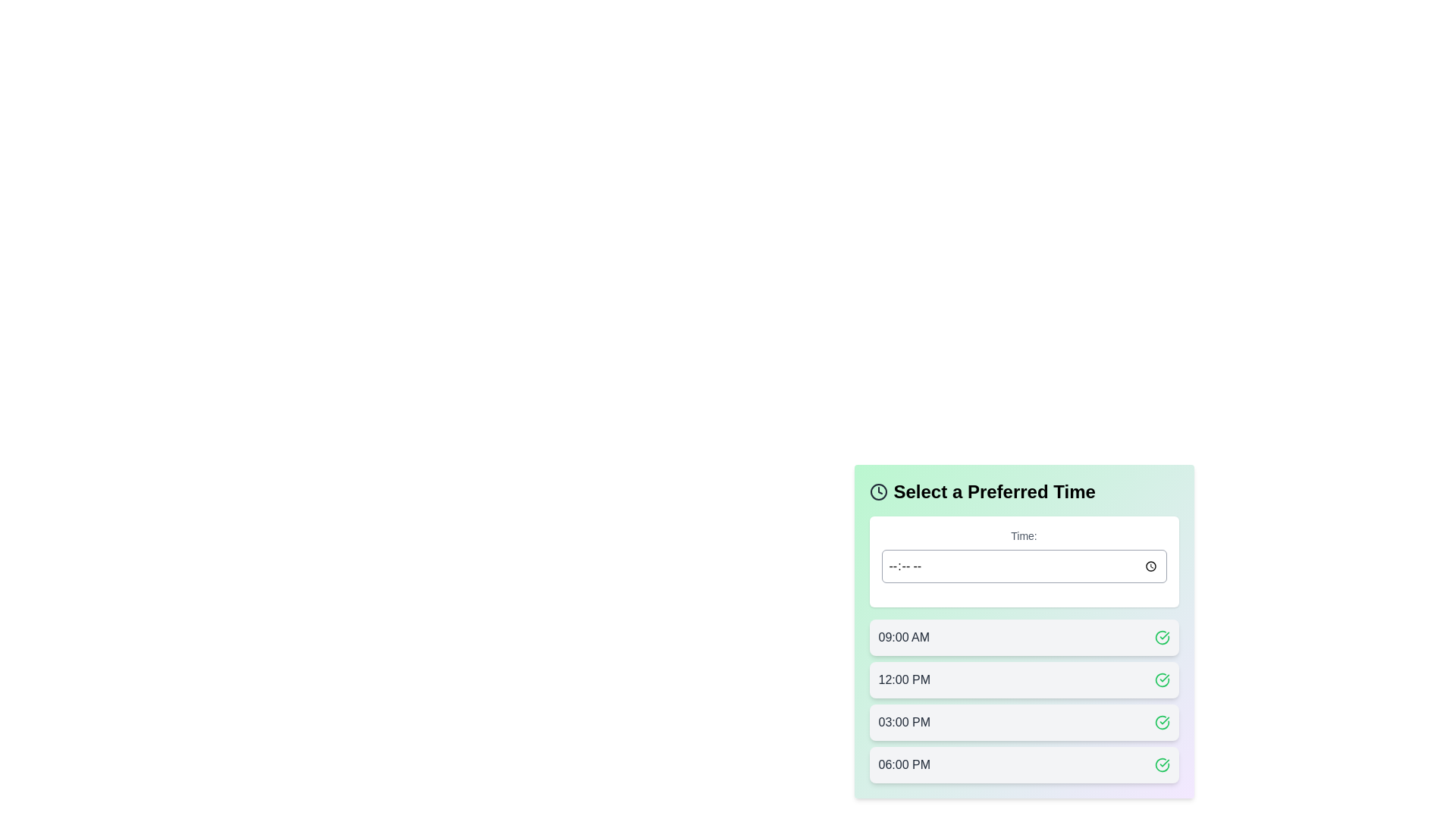 This screenshot has height=819, width=1456. I want to click on the selectable time option '06:00 PM' which is the last item in the list under the header 'Select a Preferred Time', so click(1024, 765).